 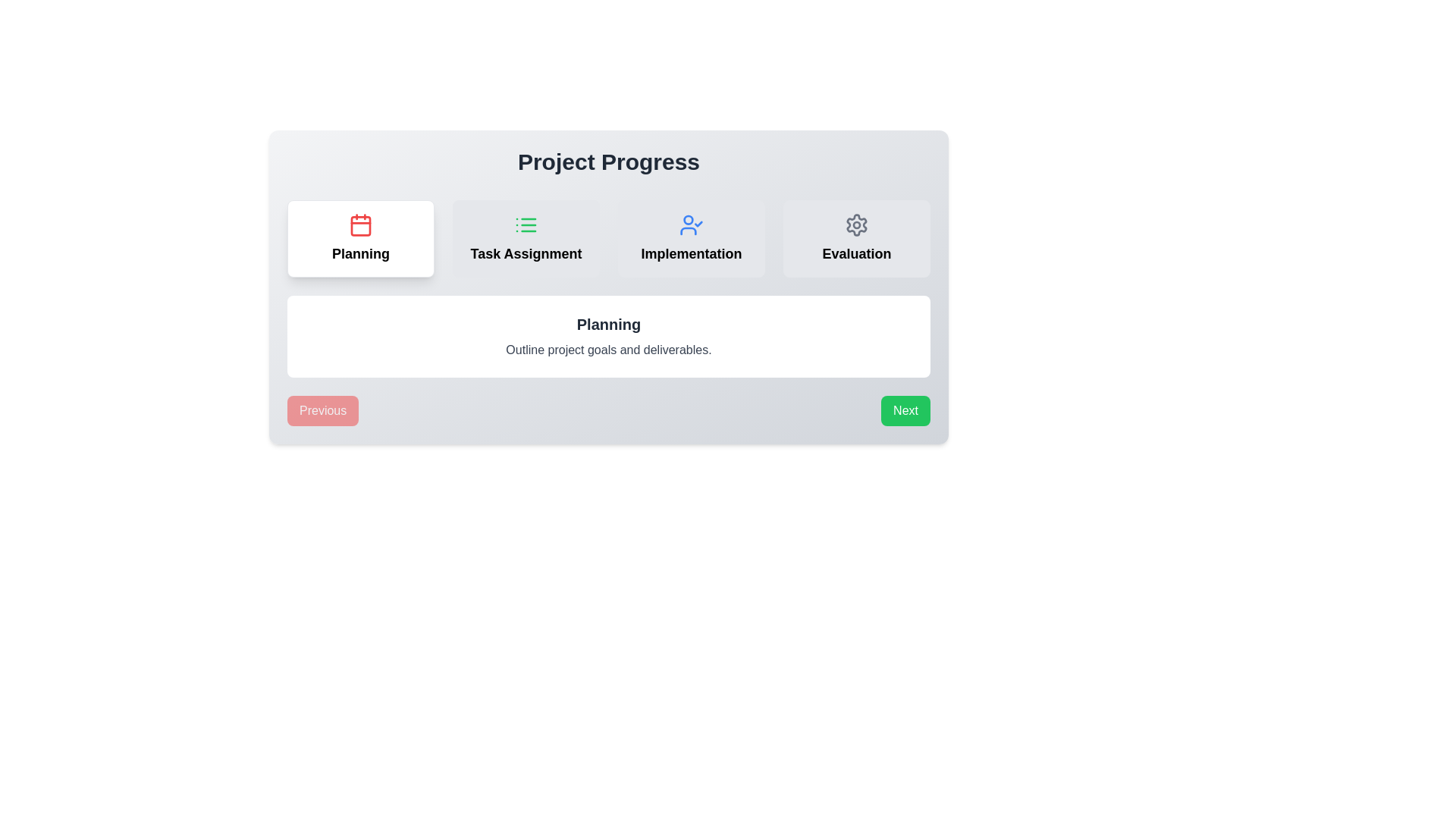 What do you see at coordinates (526, 225) in the screenshot?
I see `the task assignment icon located in the second card of the horizontal steps navigation, which helps the user identify the relevant section quickly` at bounding box center [526, 225].